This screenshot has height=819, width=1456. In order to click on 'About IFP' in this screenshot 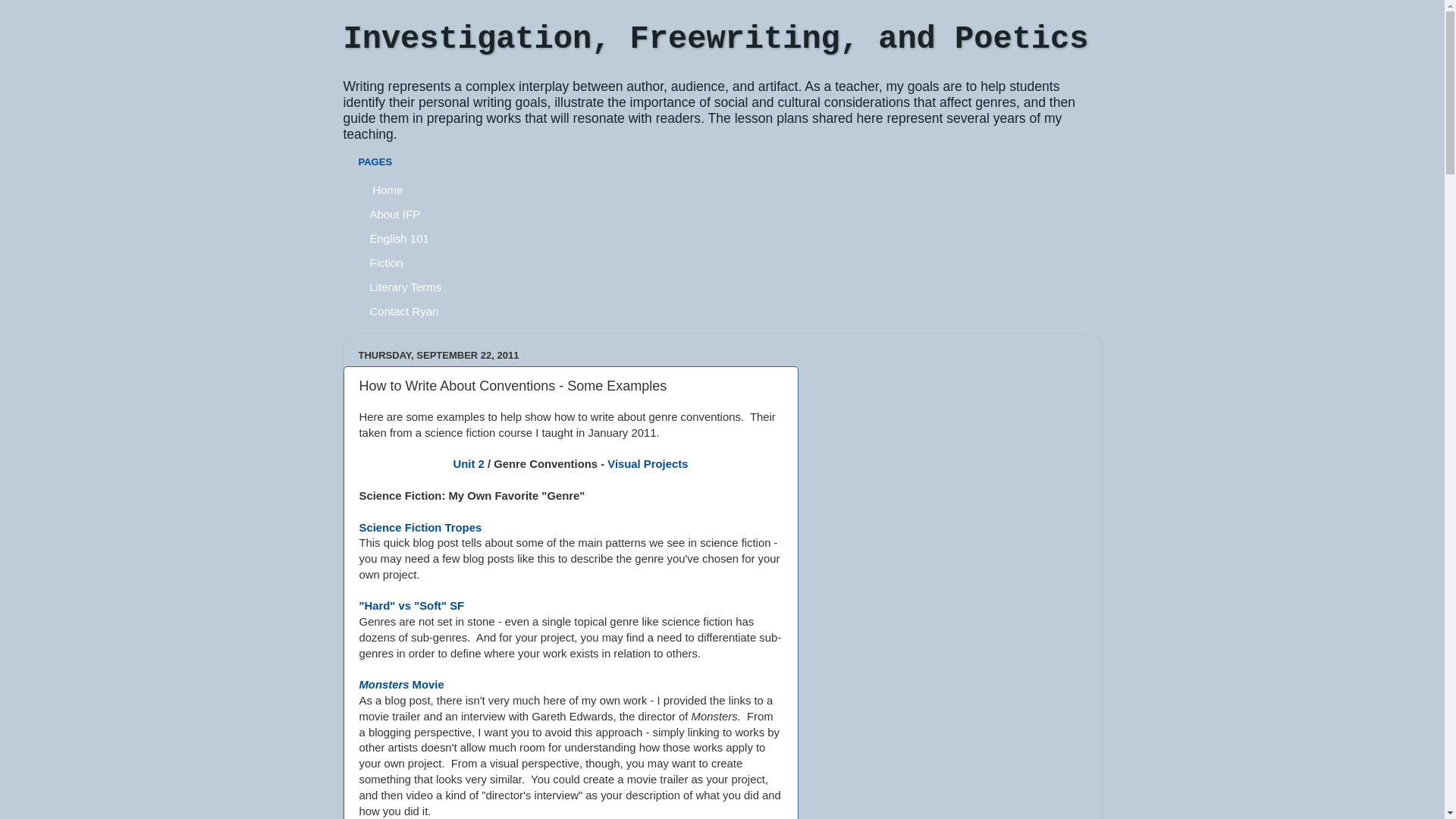, I will do `click(395, 213)`.